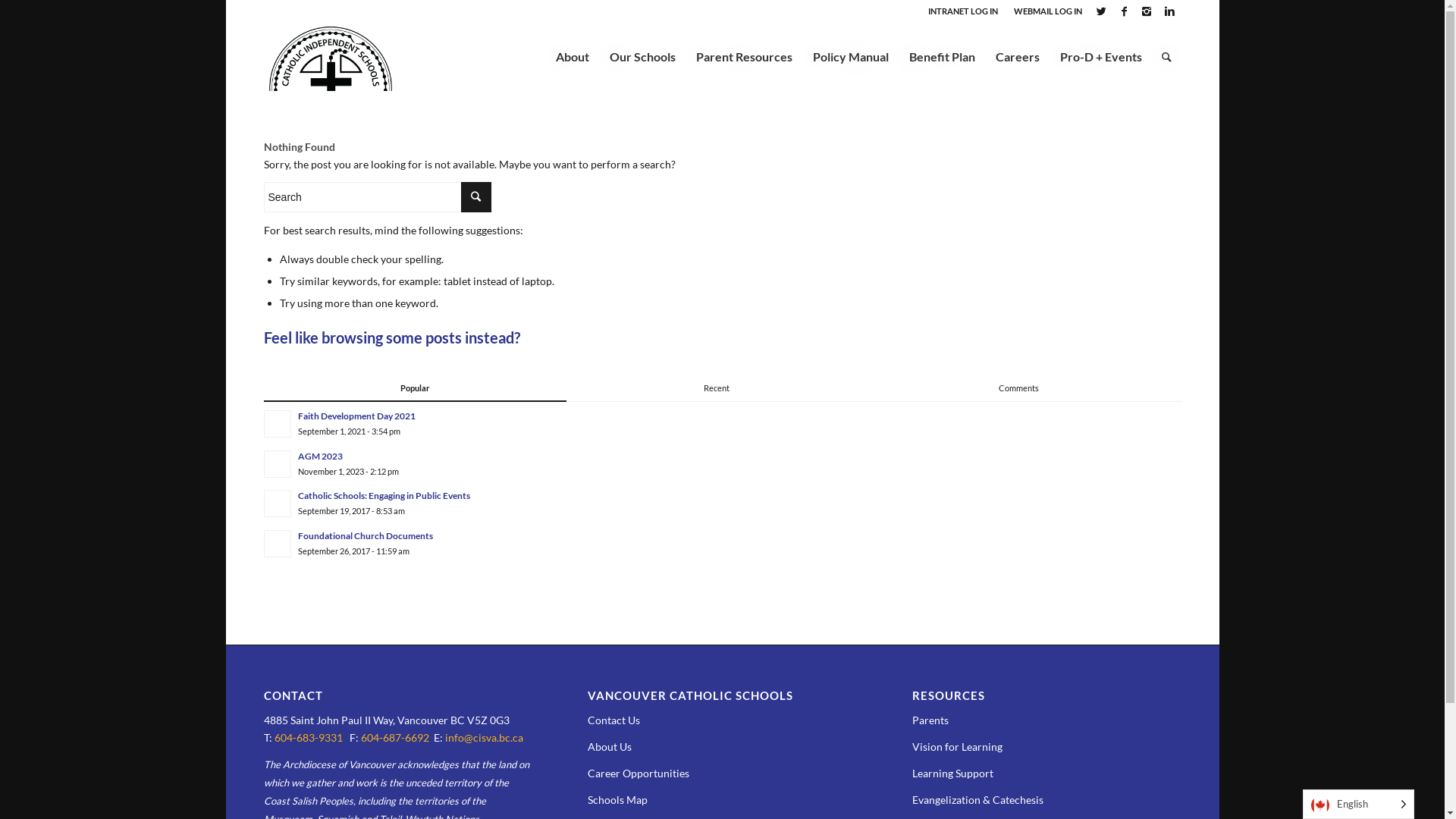  Describe the element at coordinates (722, 462) in the screenshot. I see `'AGM 2023` at that location.